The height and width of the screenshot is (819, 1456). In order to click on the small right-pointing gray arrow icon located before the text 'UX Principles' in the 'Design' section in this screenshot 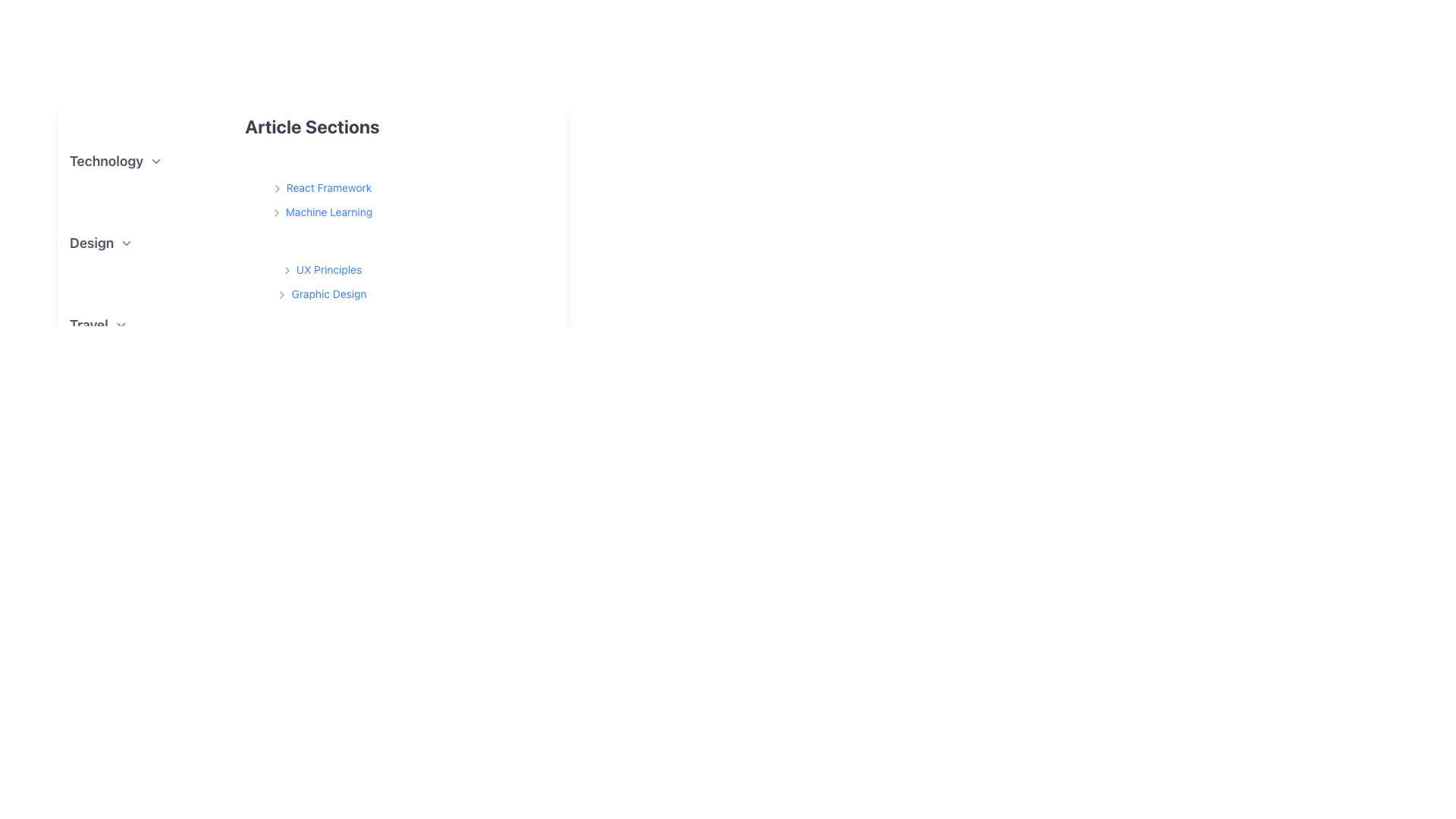, I will do `click(287, 270)`.